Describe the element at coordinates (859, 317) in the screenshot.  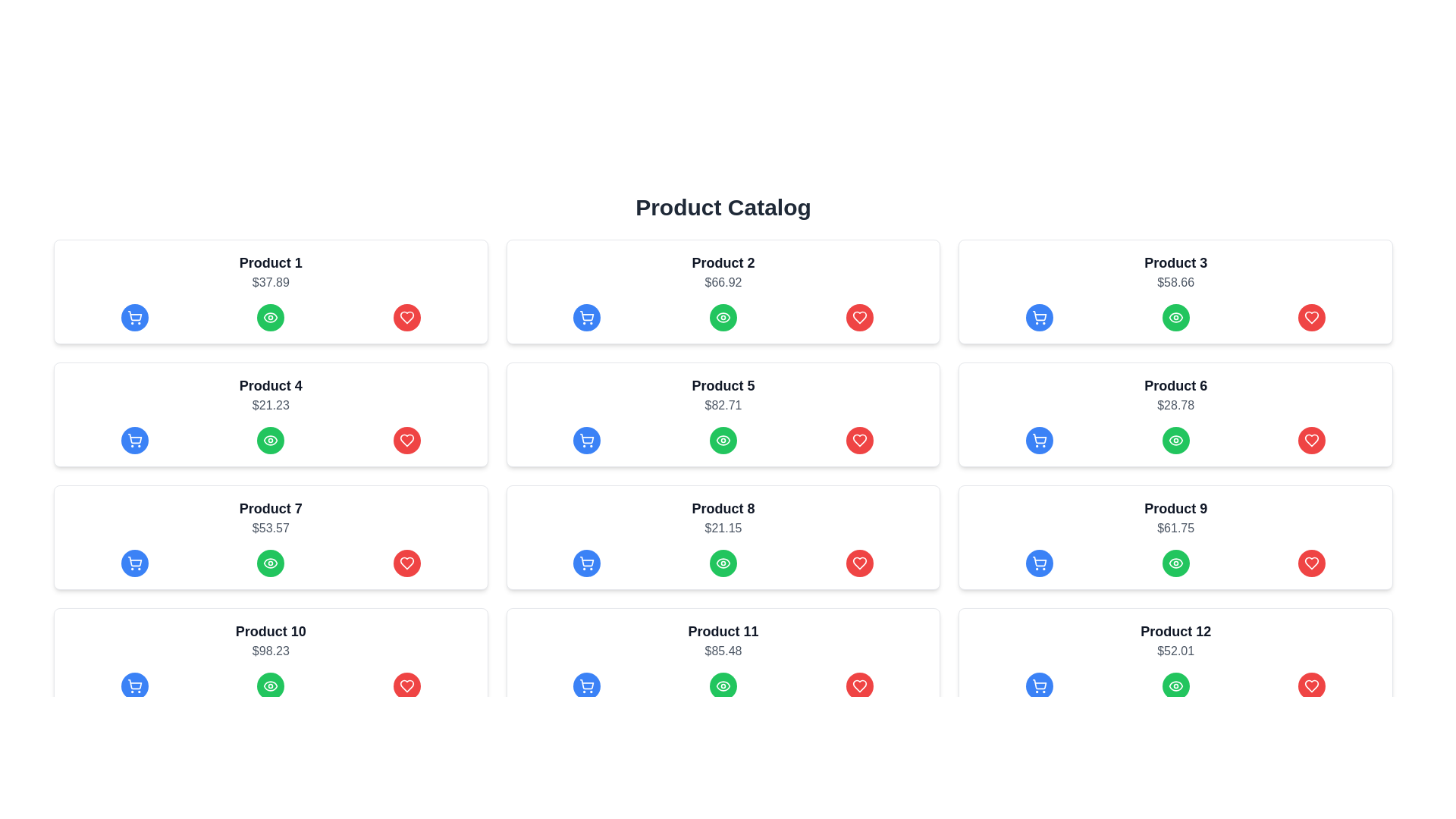
I see `the heart icon within the red circular button located in the rightmost part of the button row associated with 'Product 2' to possibly reveal tooltip information` at that location.